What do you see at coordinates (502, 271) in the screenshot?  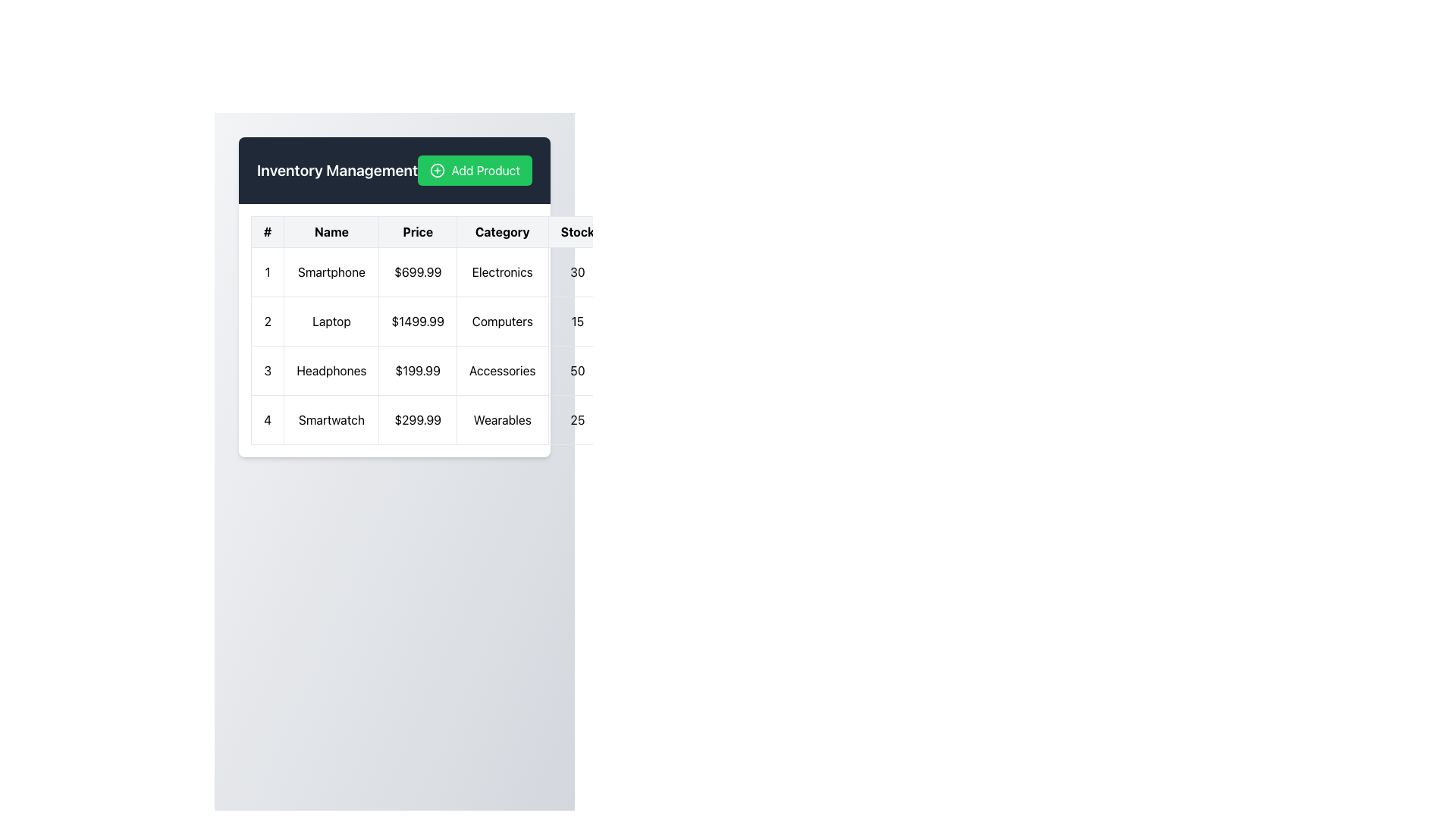 I see `the text label 'Electronics' located in the 'Category' column of the table under the item 'Smartphone'` at bounding box center [502, 271].